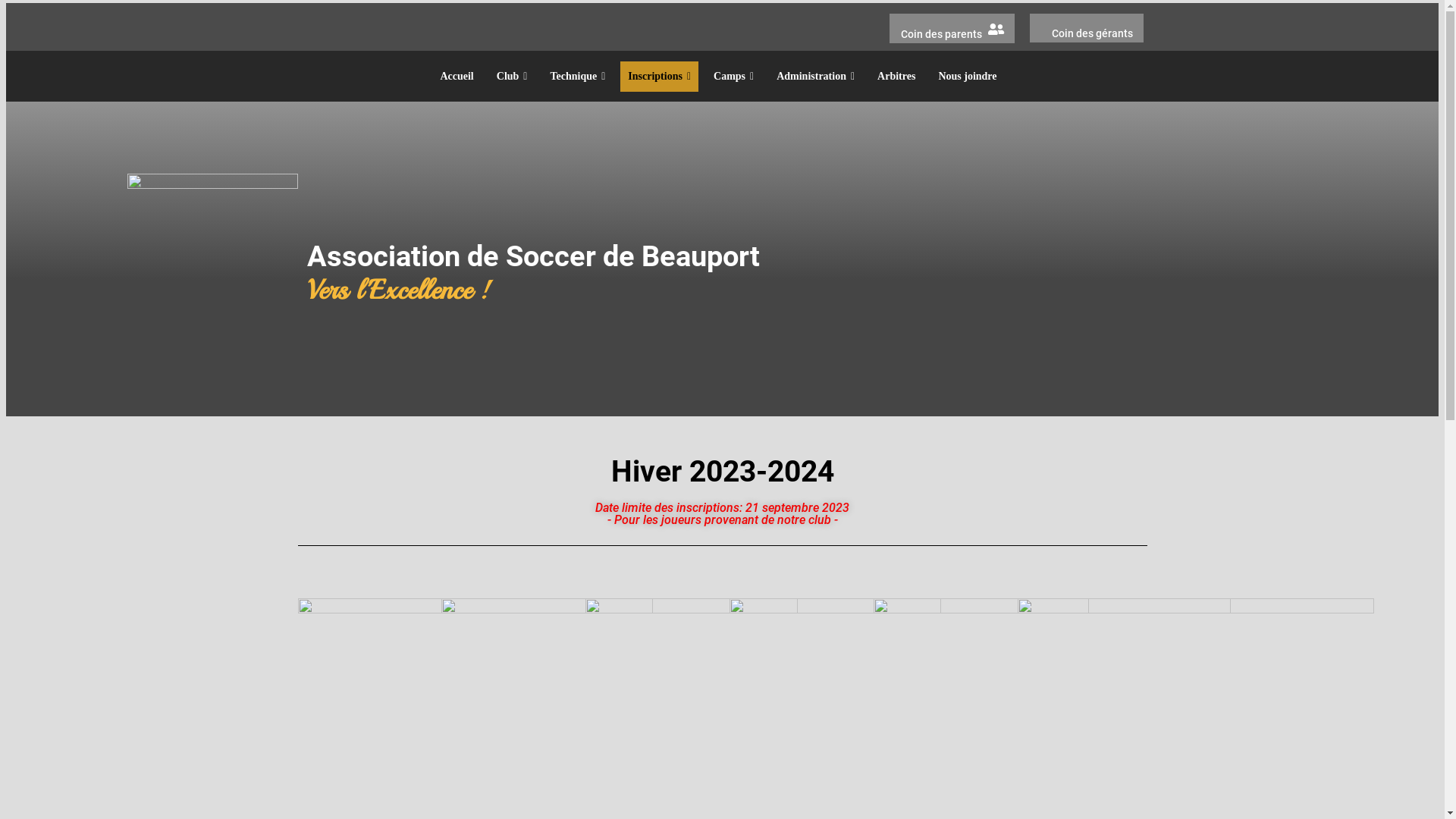  Describe the element at coordinates (659, 76) in the screenshot. I see `'Inscriptions'` at that location.